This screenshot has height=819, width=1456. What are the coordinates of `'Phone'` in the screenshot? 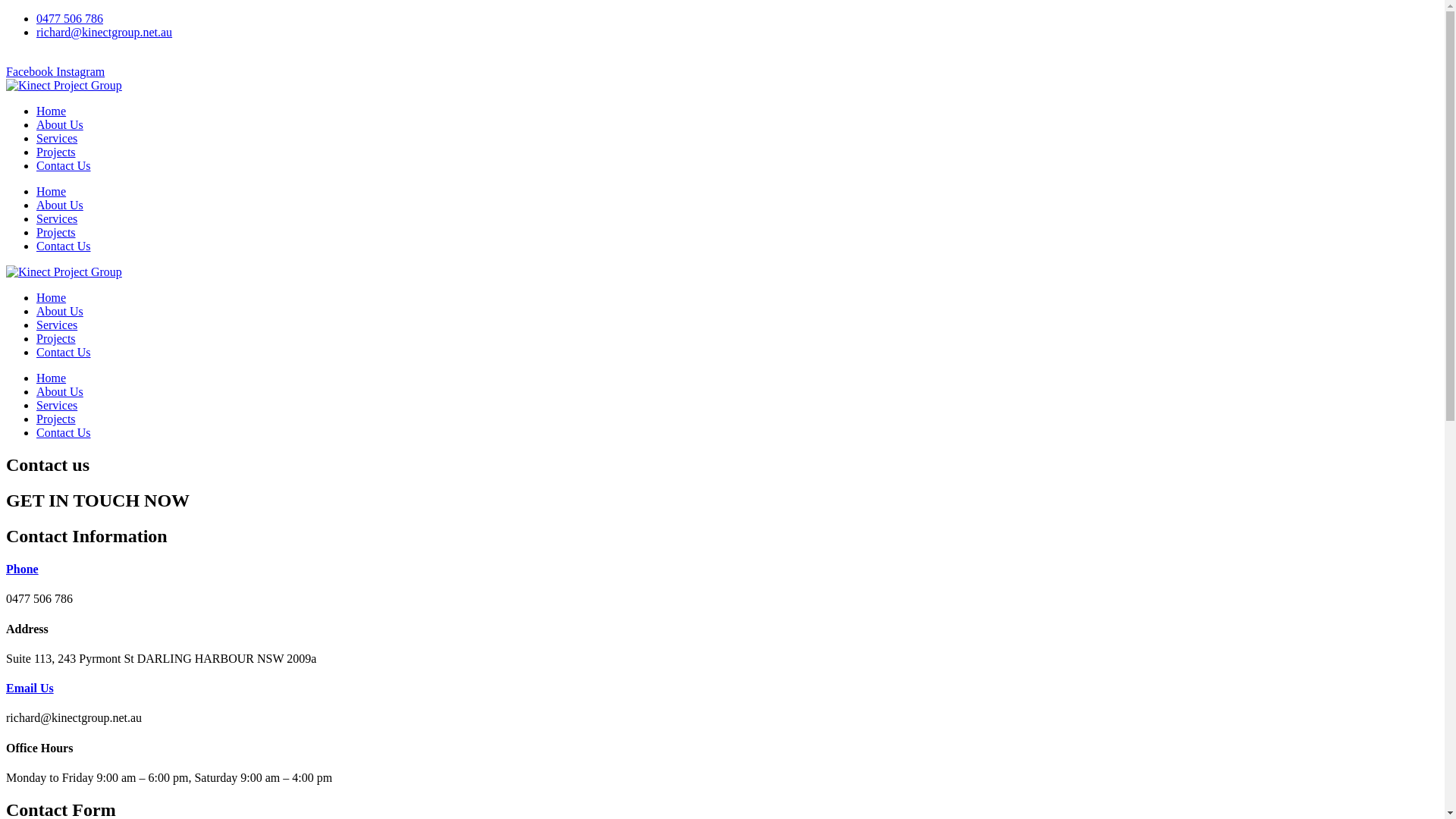 It's located at (6, 569).